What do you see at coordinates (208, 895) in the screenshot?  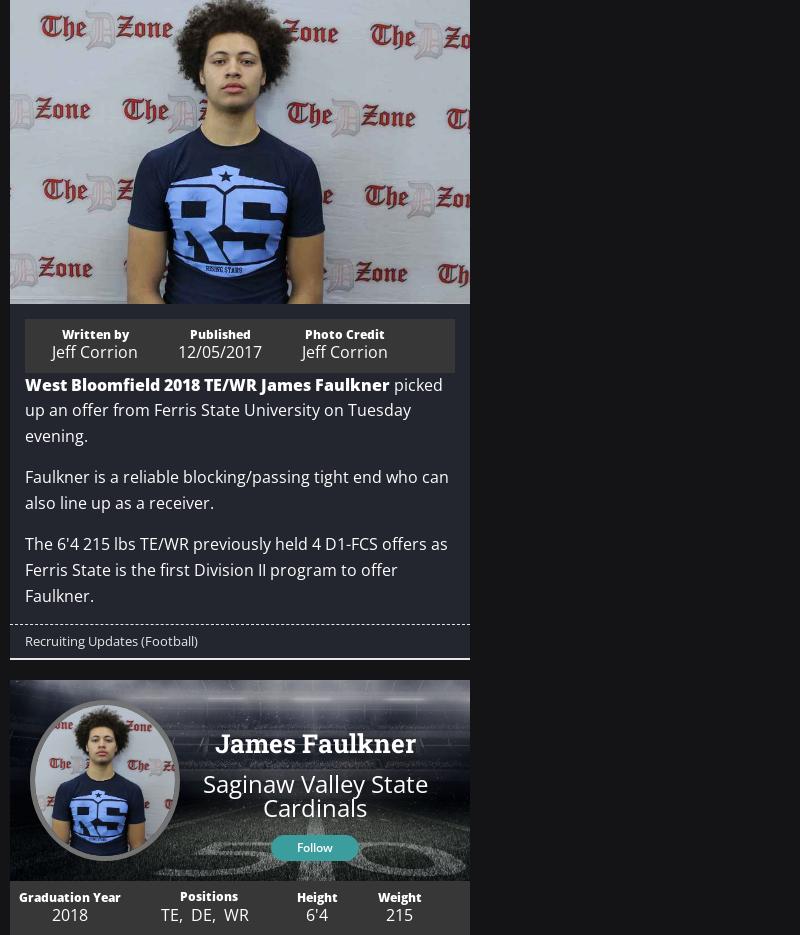 I see `'Positions'` at bounding box center [208, 895].